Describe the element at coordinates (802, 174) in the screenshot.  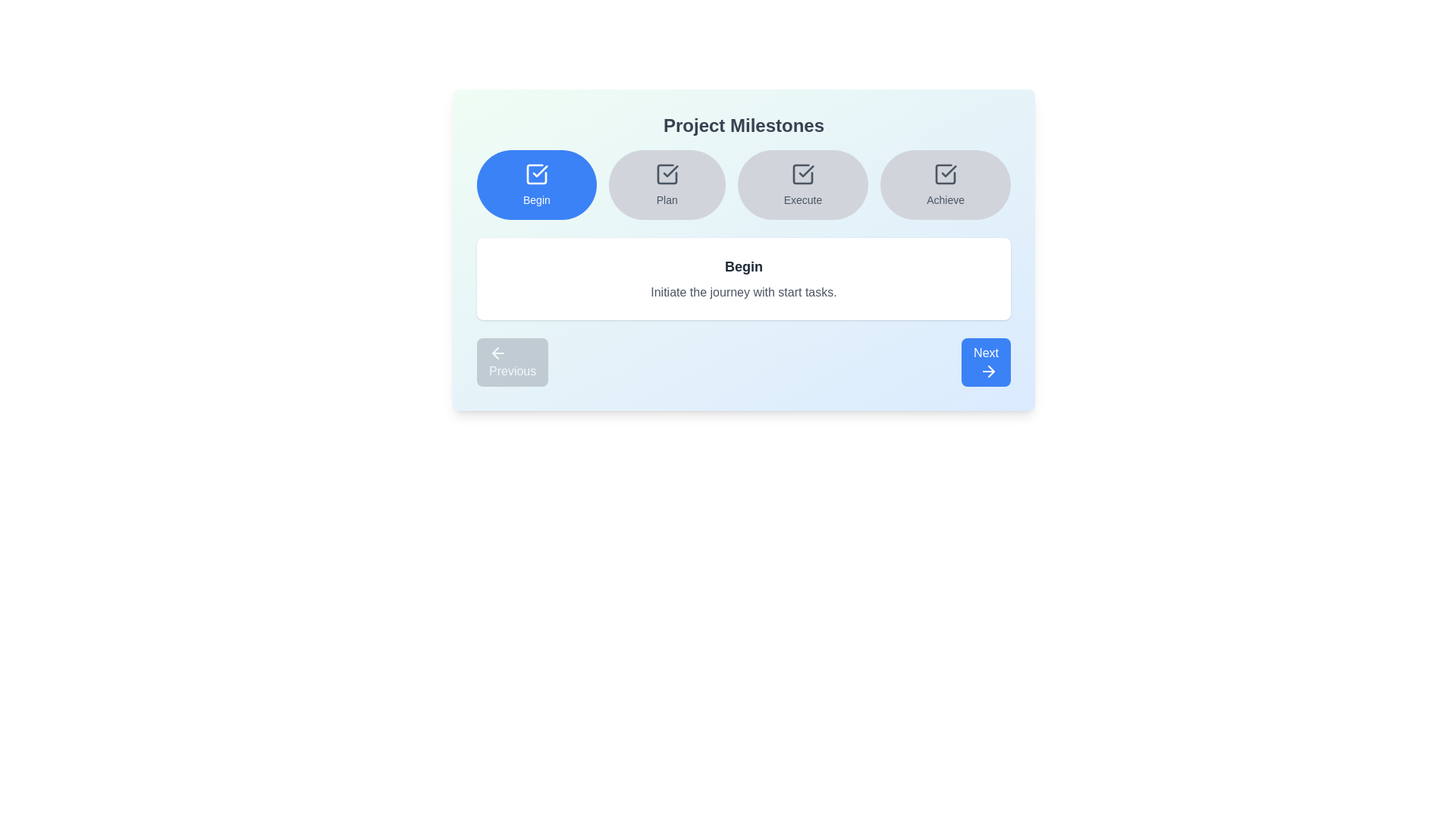
I see `the gray tick box icon located within the oval 'Execute' button, which is the third button in a sequence of four milestone buttons at the top center of the interface` at that location.